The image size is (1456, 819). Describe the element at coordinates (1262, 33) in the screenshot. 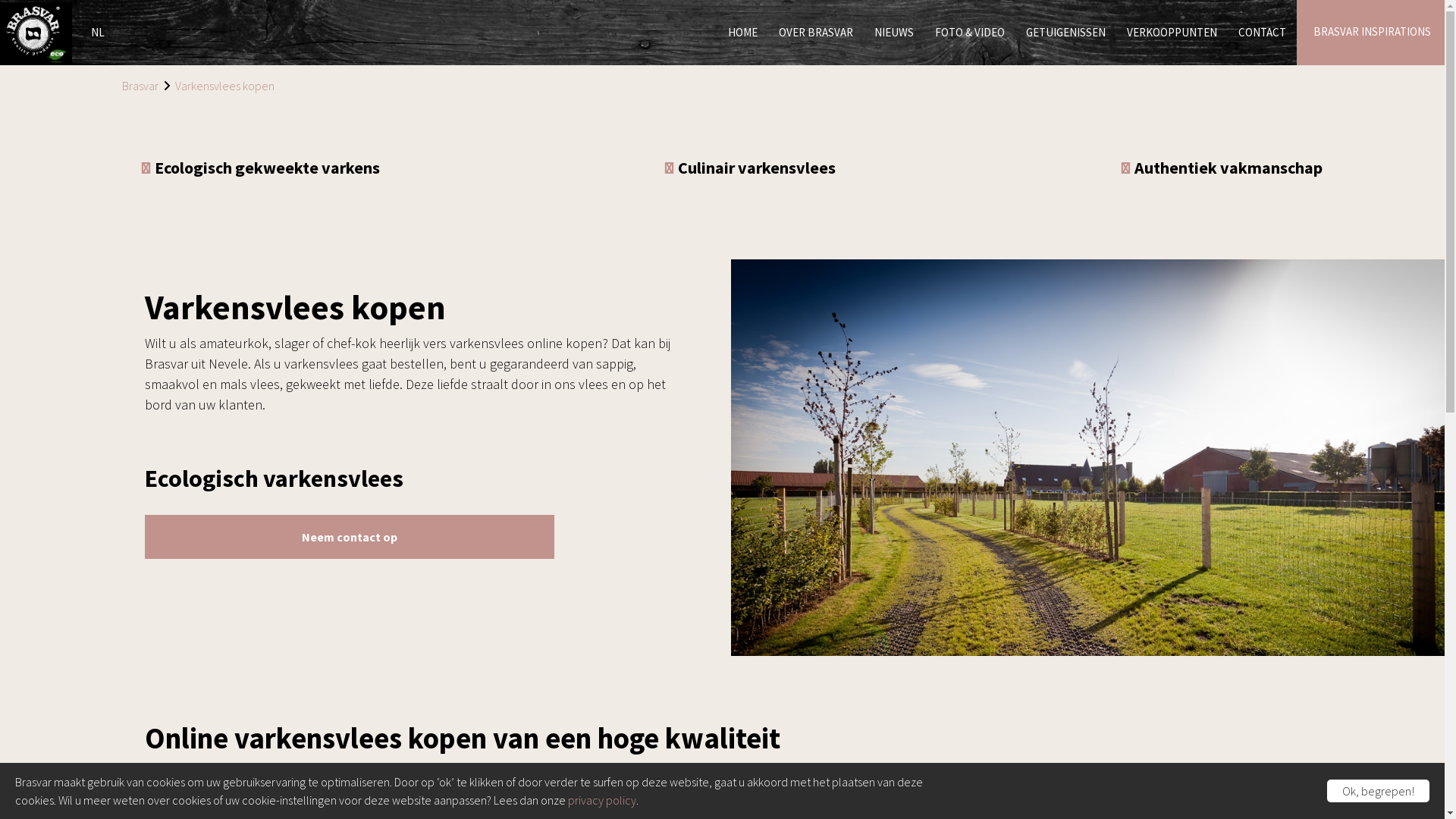

I see `'CONTACT'` at that location.